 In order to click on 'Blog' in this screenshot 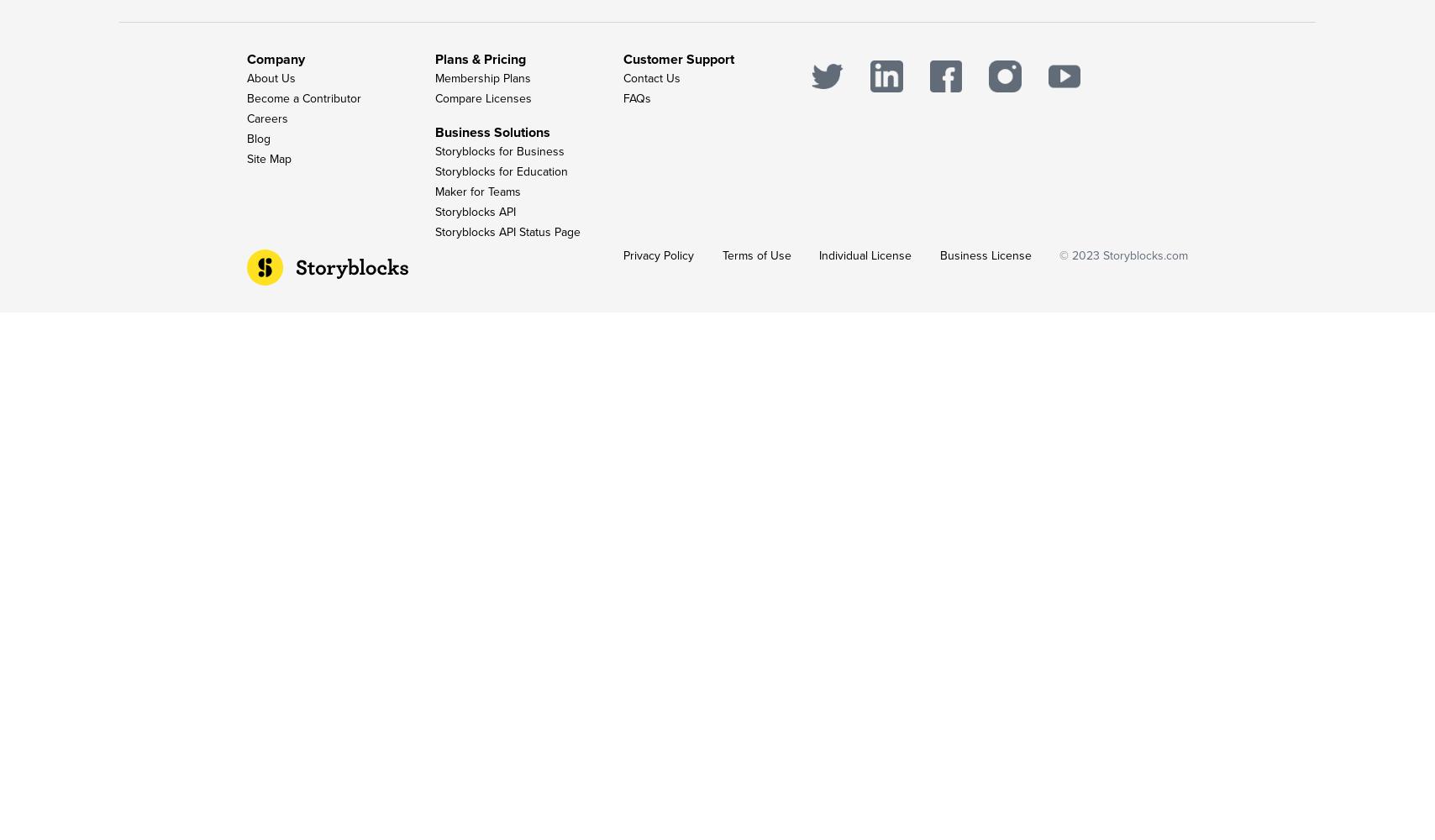, I will do `click(258, 139)`.